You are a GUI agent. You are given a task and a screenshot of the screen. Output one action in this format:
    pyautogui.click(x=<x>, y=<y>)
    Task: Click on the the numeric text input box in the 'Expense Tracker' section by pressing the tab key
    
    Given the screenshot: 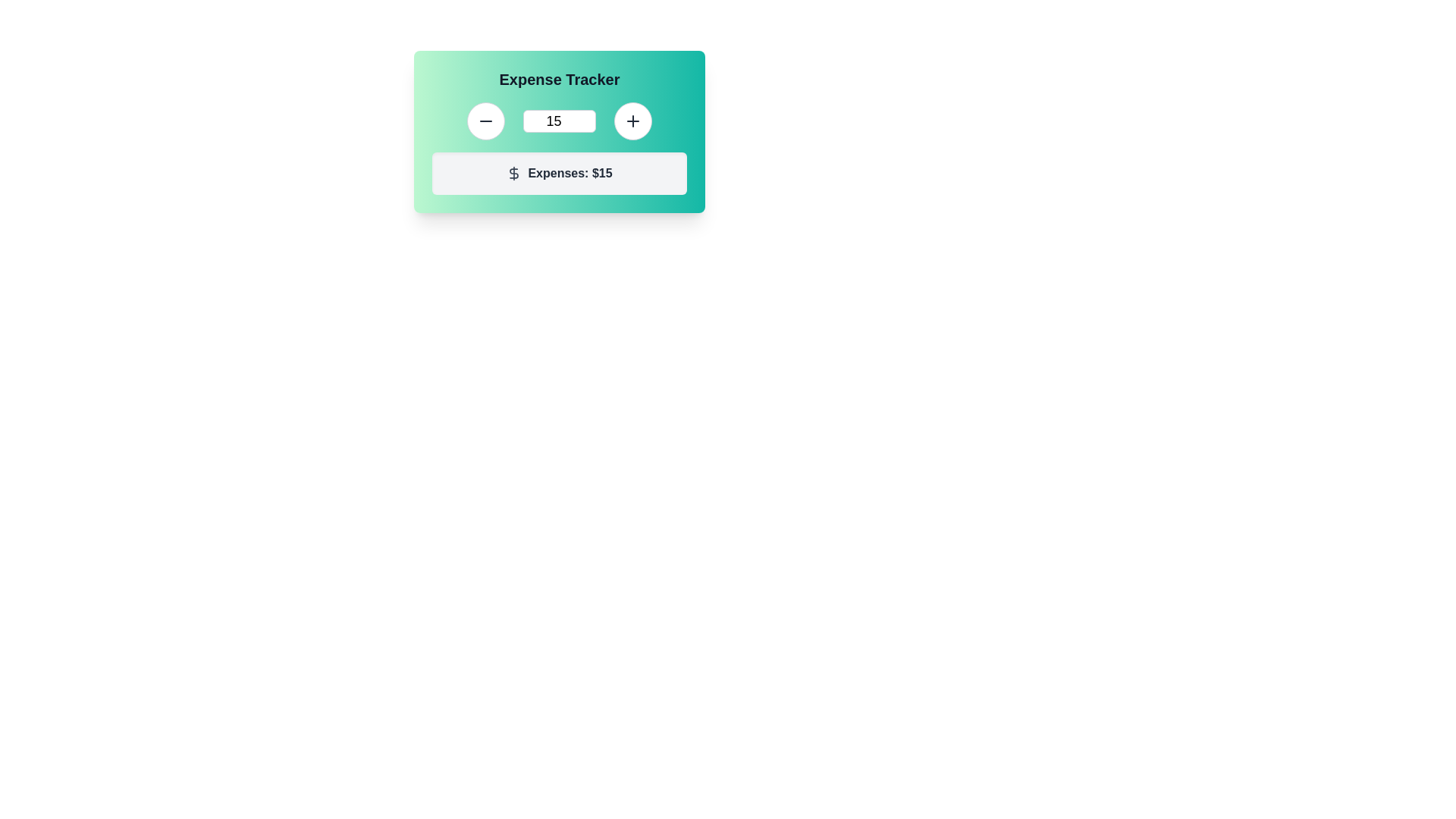 What is the action you would take?
    pyautogui.click(x=559, y=120)
    